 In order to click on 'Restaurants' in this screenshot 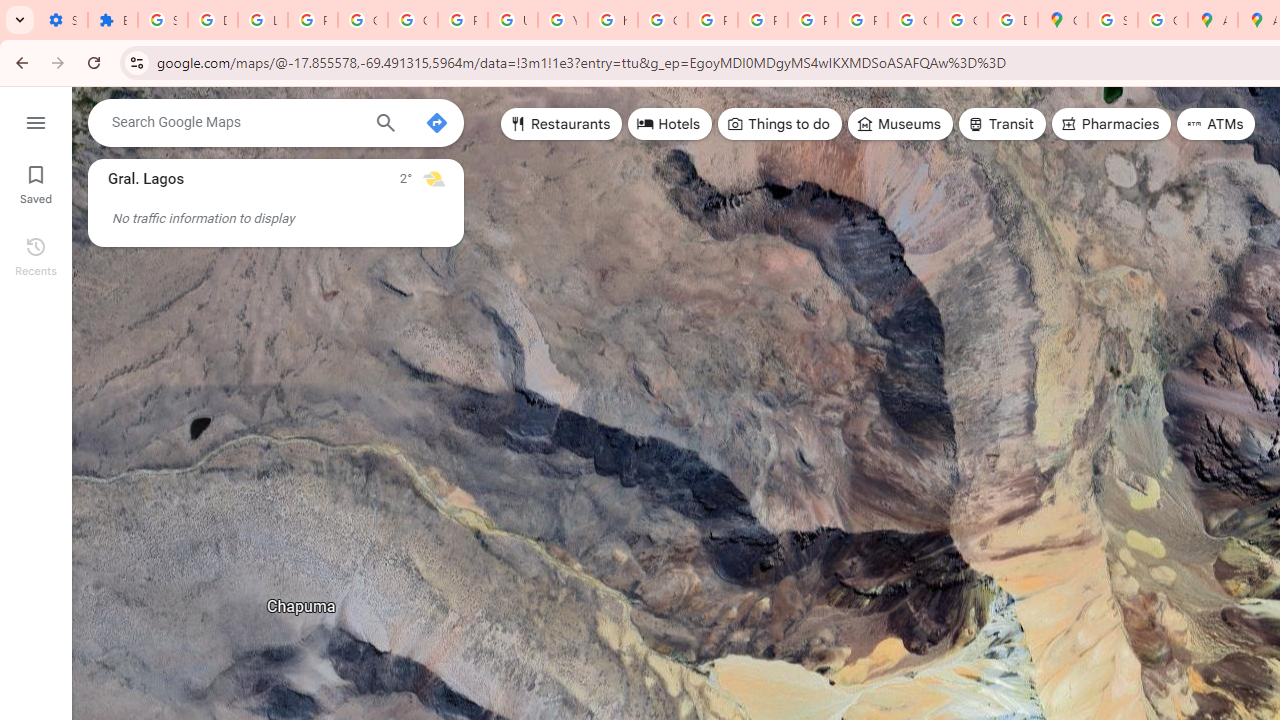, I will do `click(560, 124)`.